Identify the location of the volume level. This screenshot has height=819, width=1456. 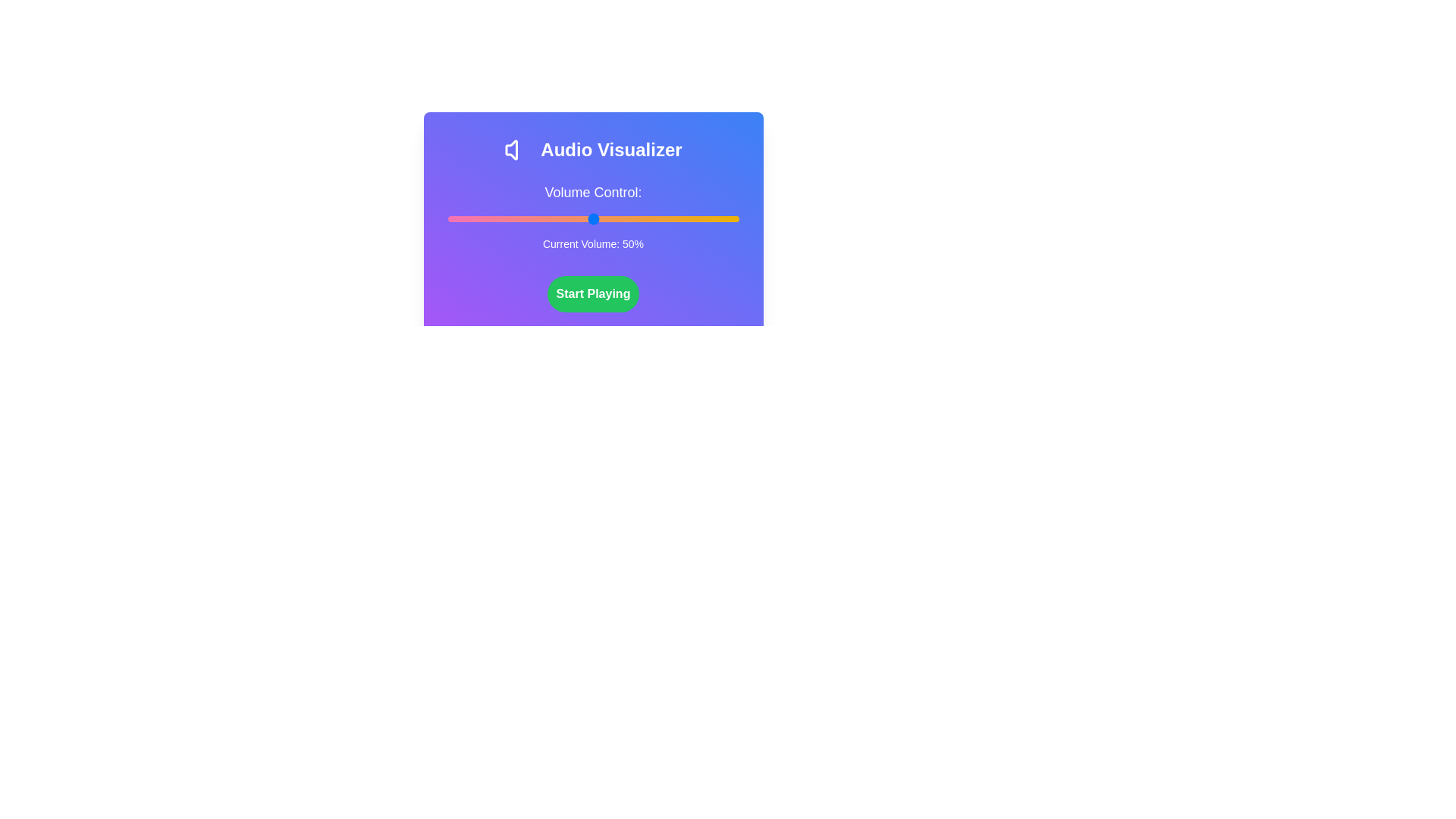
(642, 219).